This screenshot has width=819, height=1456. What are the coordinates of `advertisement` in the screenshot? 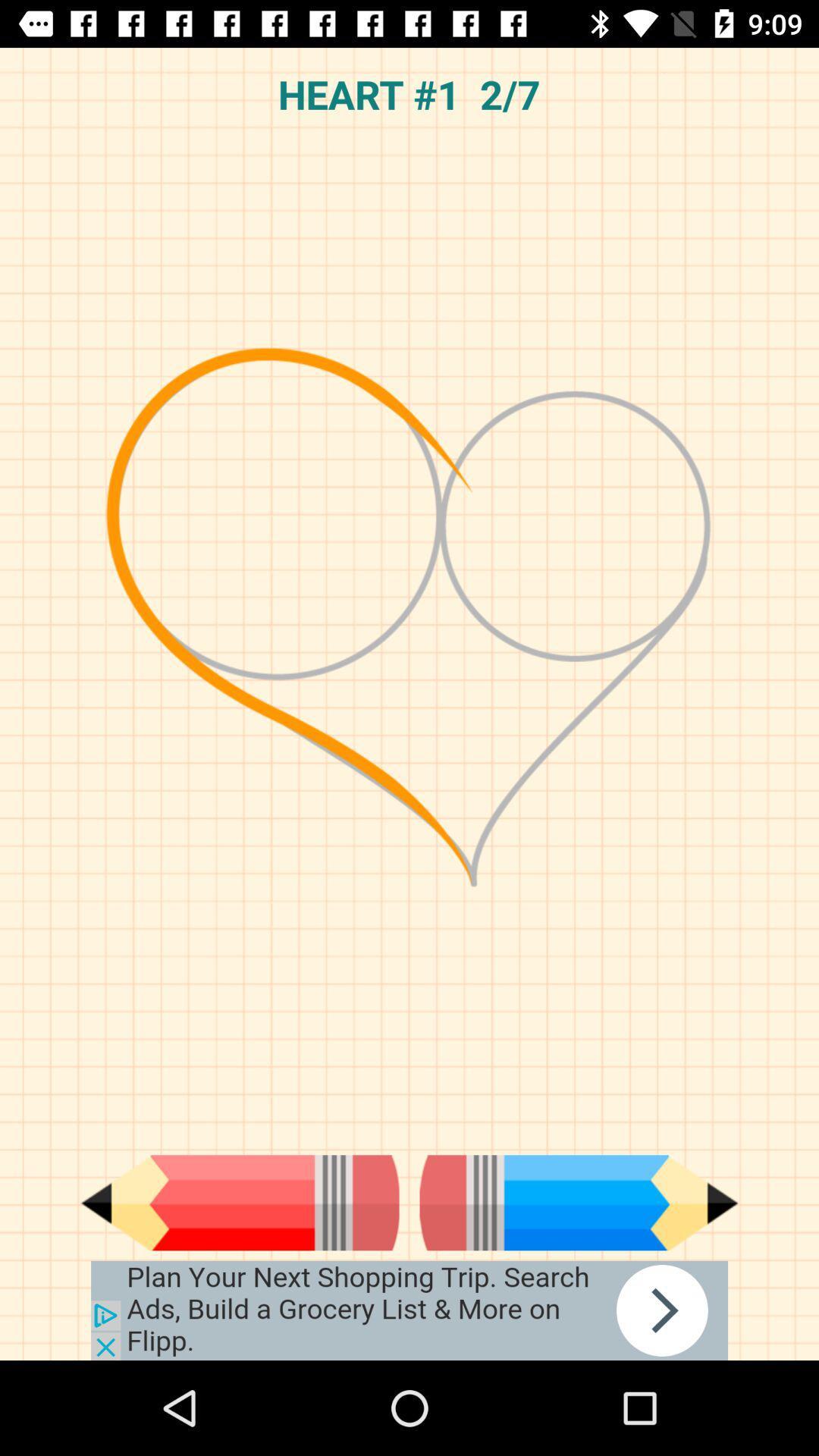 It's located at (409, 1310).